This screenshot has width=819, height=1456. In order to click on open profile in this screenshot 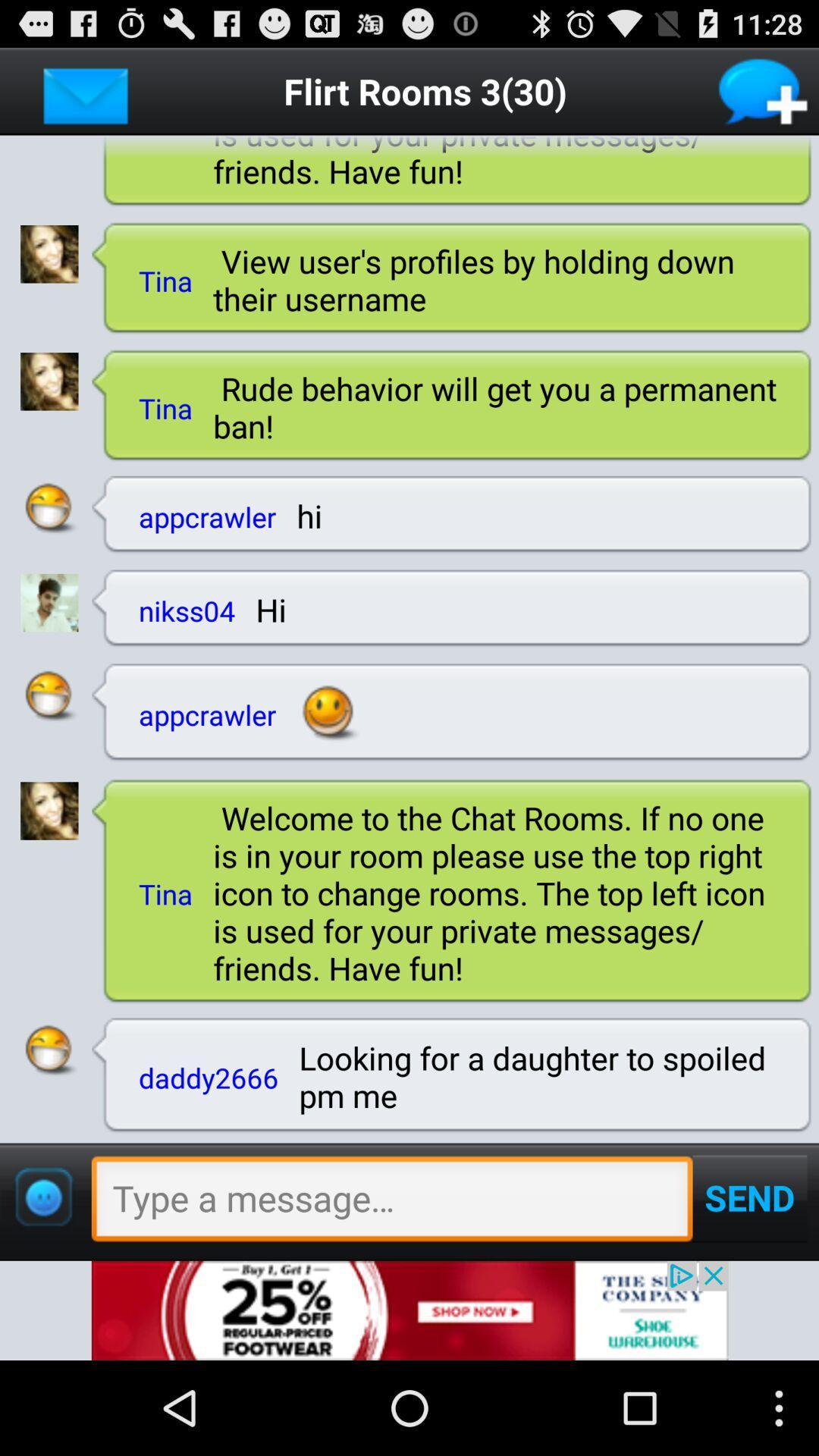, I will do `click(49, 695)`.